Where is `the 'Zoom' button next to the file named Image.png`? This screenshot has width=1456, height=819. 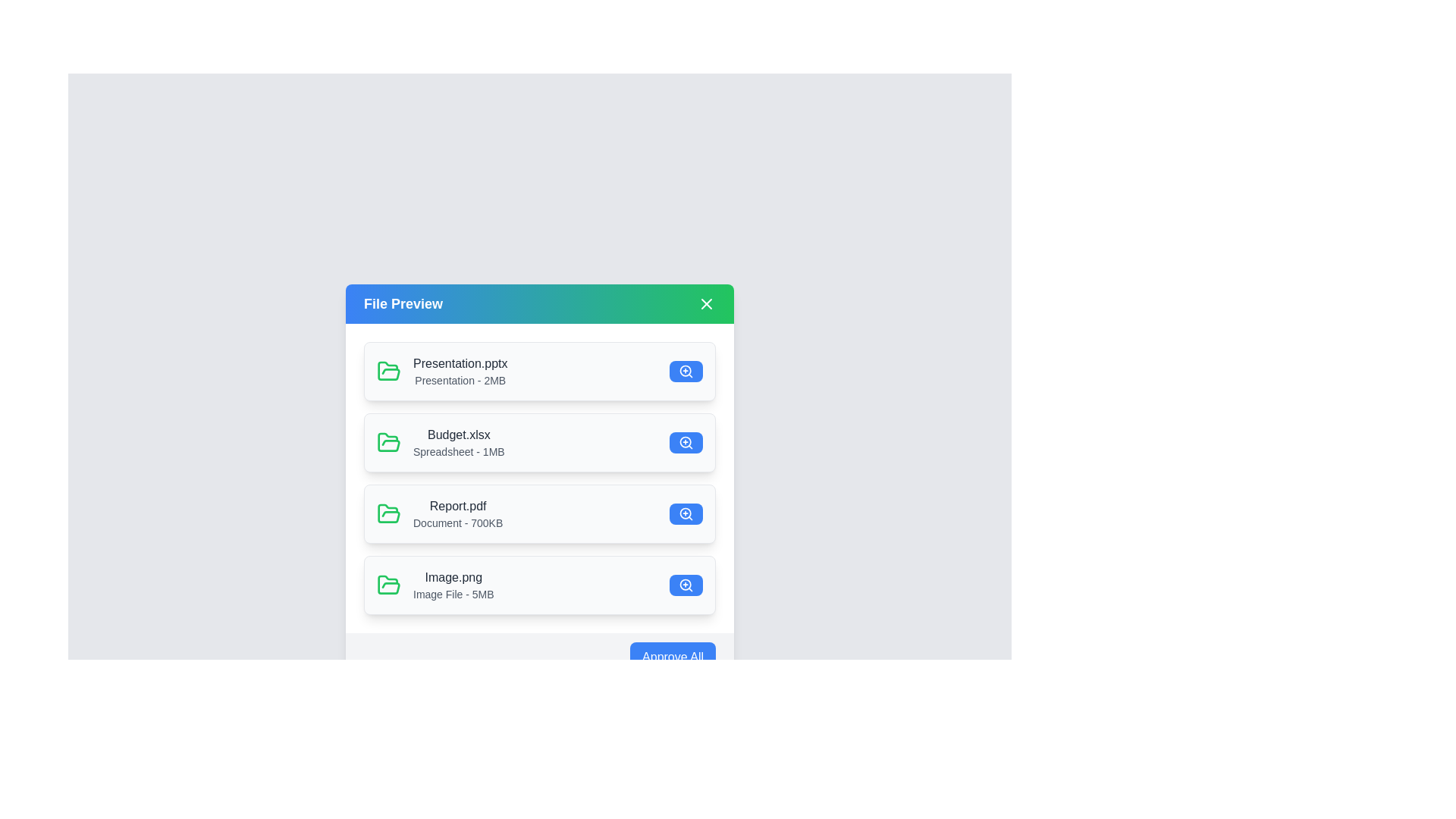
the 'Zoom' button next to the file named Image.png is located at coordinates (686, 584).